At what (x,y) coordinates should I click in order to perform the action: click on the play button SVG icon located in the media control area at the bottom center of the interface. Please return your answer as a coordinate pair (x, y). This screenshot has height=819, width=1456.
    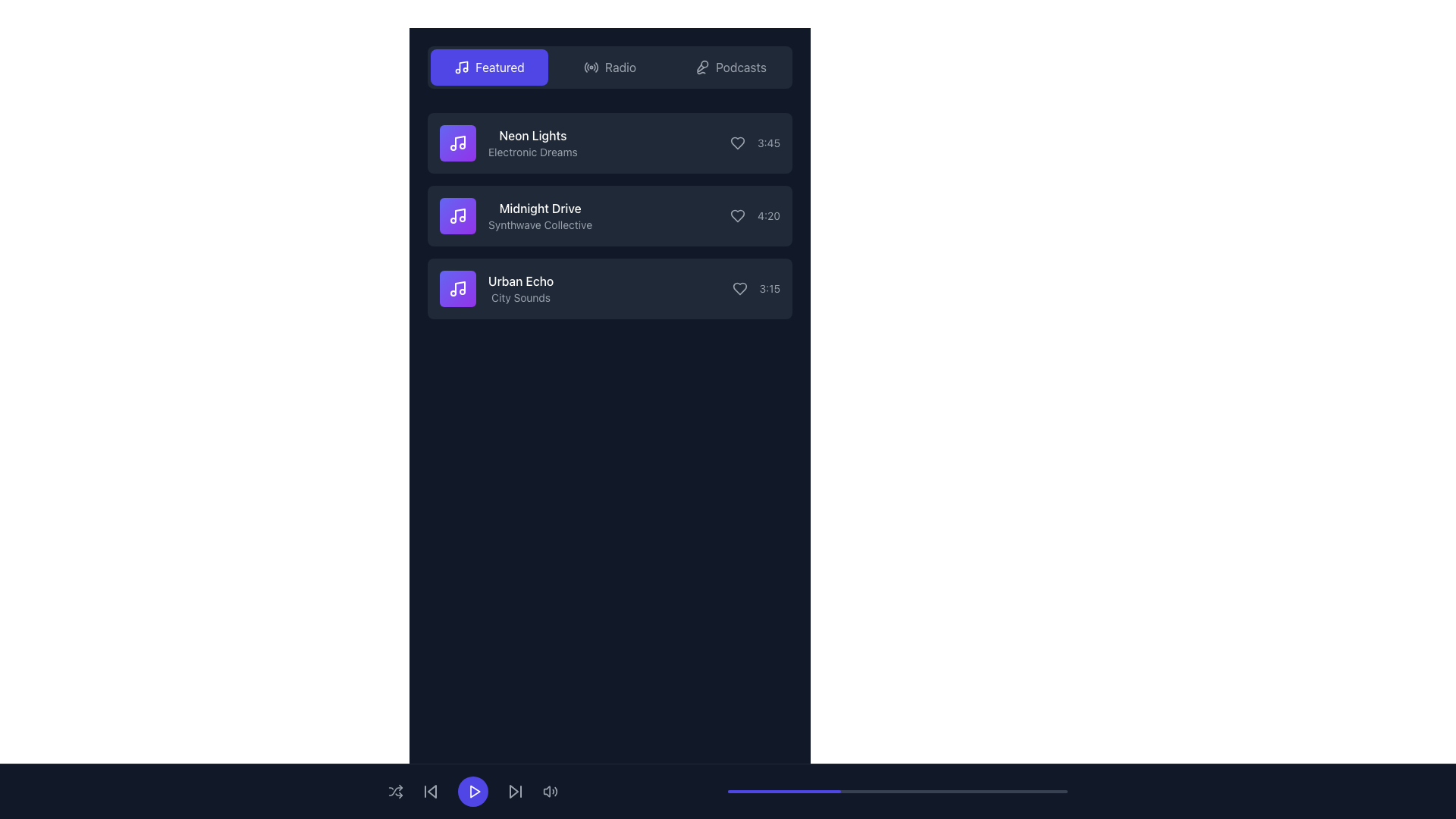
    Looking at the image, I should click on (473, 791).